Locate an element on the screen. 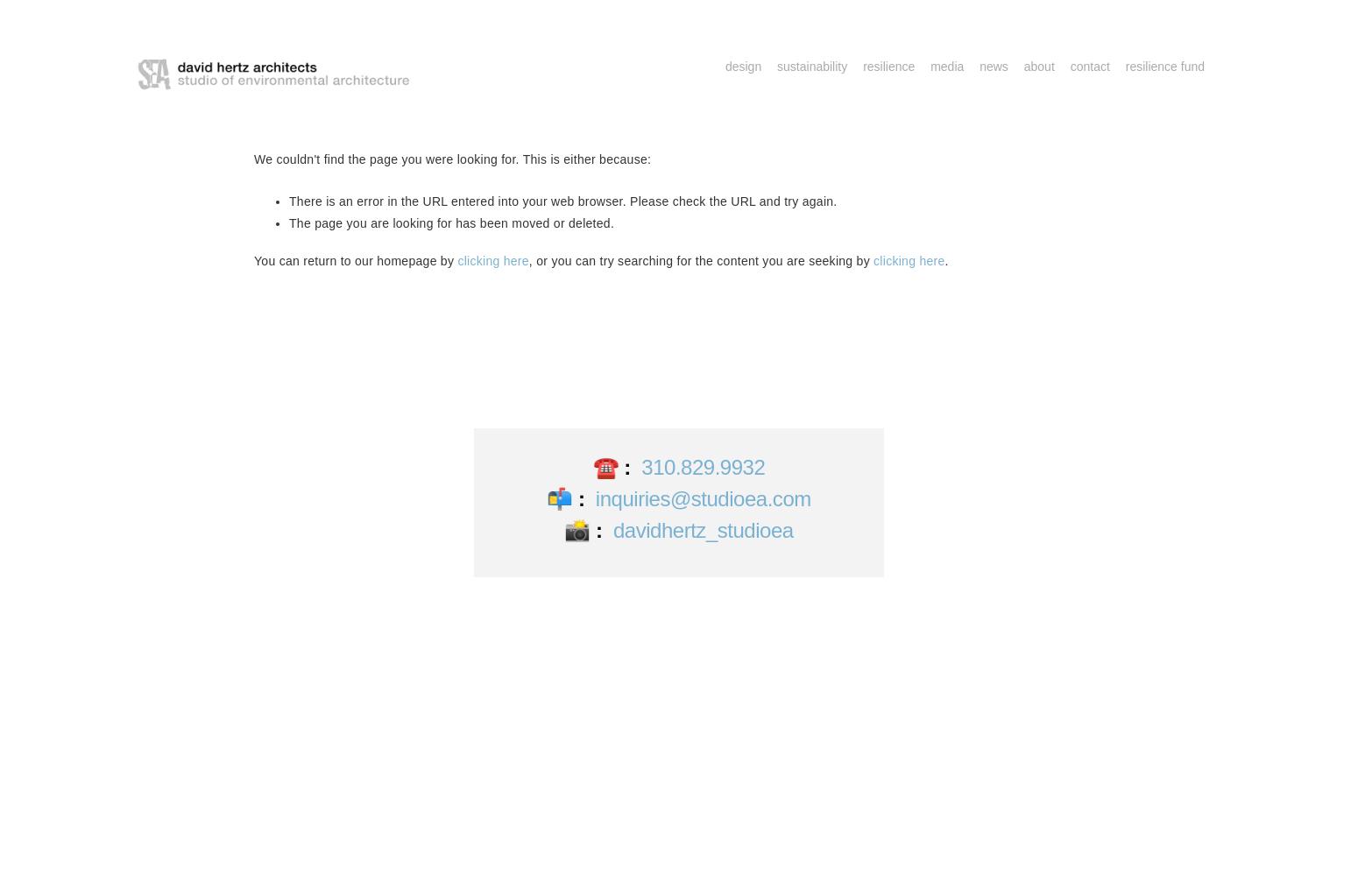 The width and height of the screenshot is (1358, 896). 'Special Projects' is located at coordinates (723, 145).